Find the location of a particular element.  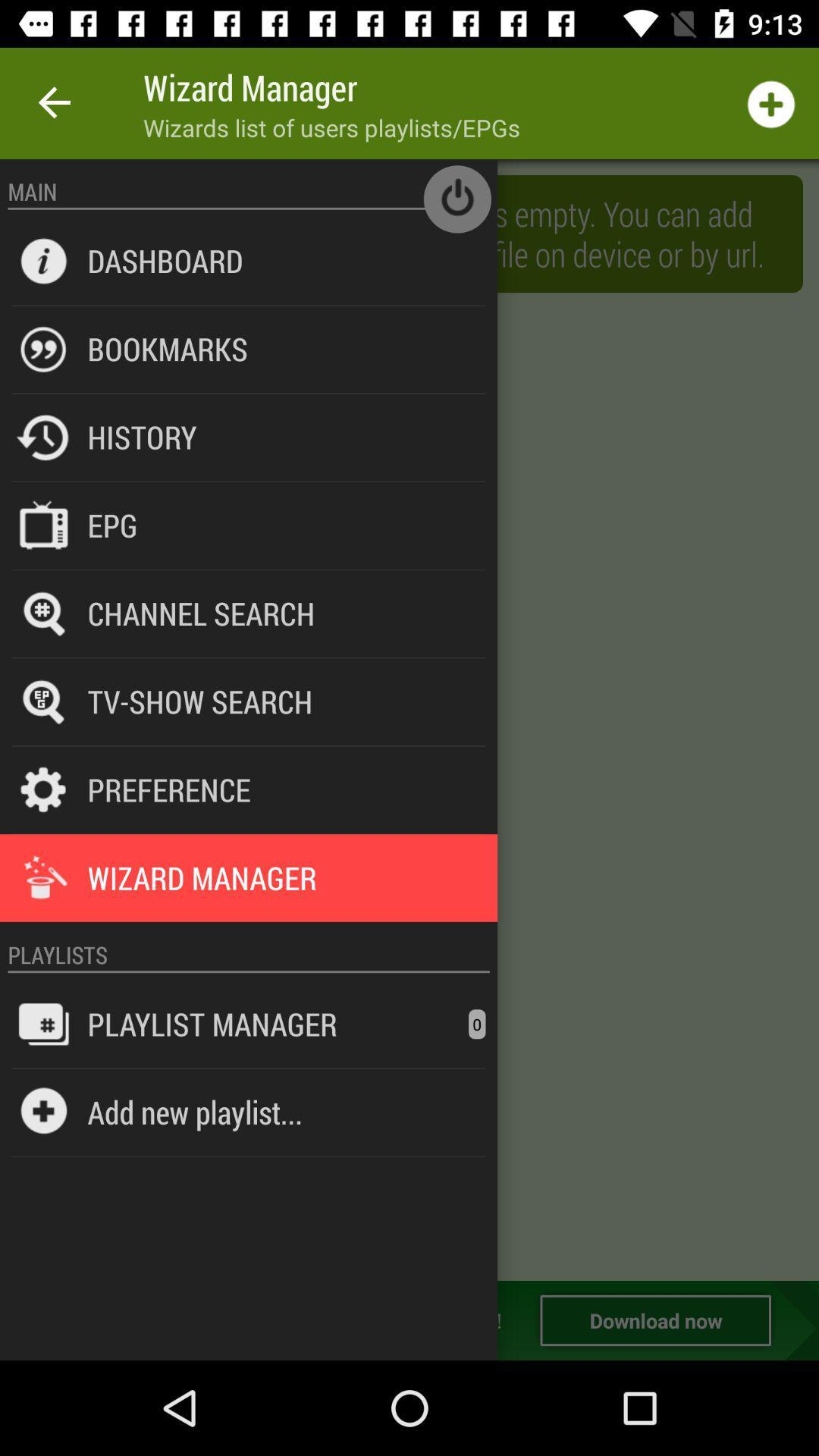

epg item is located at coordinates (111, 525).